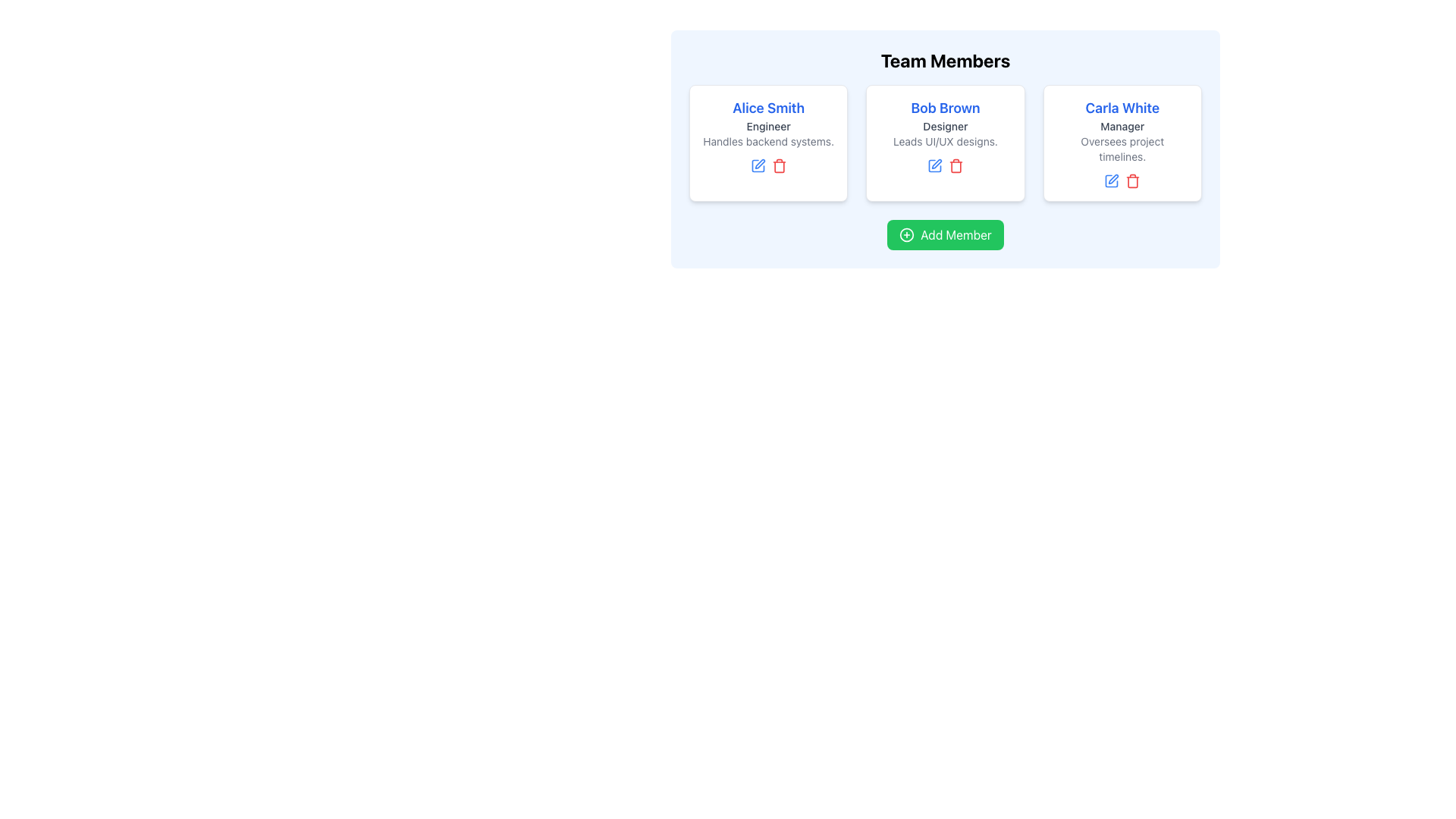  Describe the element at coordinates (907, 234) in the screenshot. I see `the 'Add Member' button icon, which is represented within a green rectangular button located below the 'Team Members' section on the right side of the page` at that location.